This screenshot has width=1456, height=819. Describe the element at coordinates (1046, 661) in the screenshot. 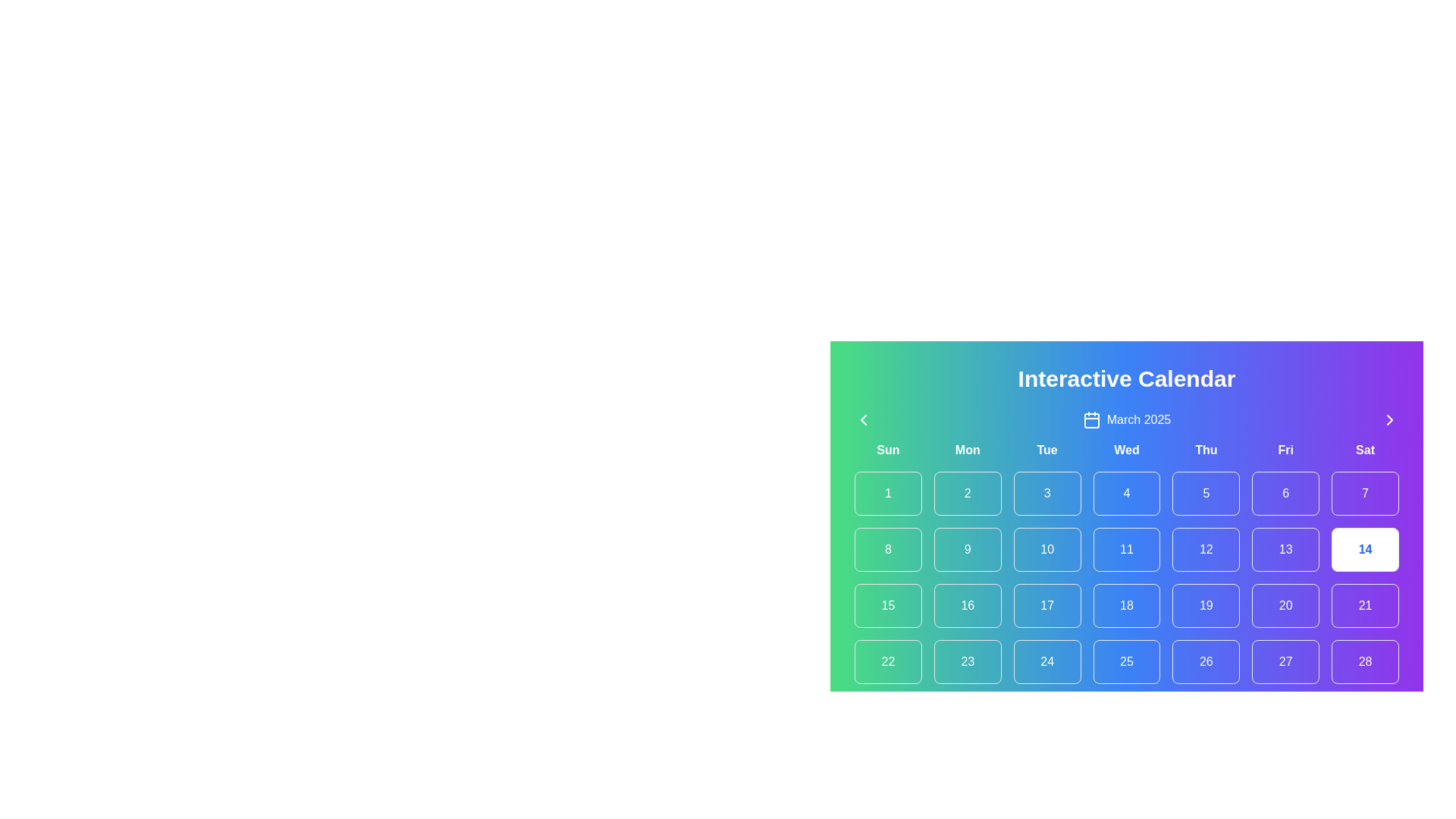

I see `the calendar button representing the 24th day of the month` at that location.